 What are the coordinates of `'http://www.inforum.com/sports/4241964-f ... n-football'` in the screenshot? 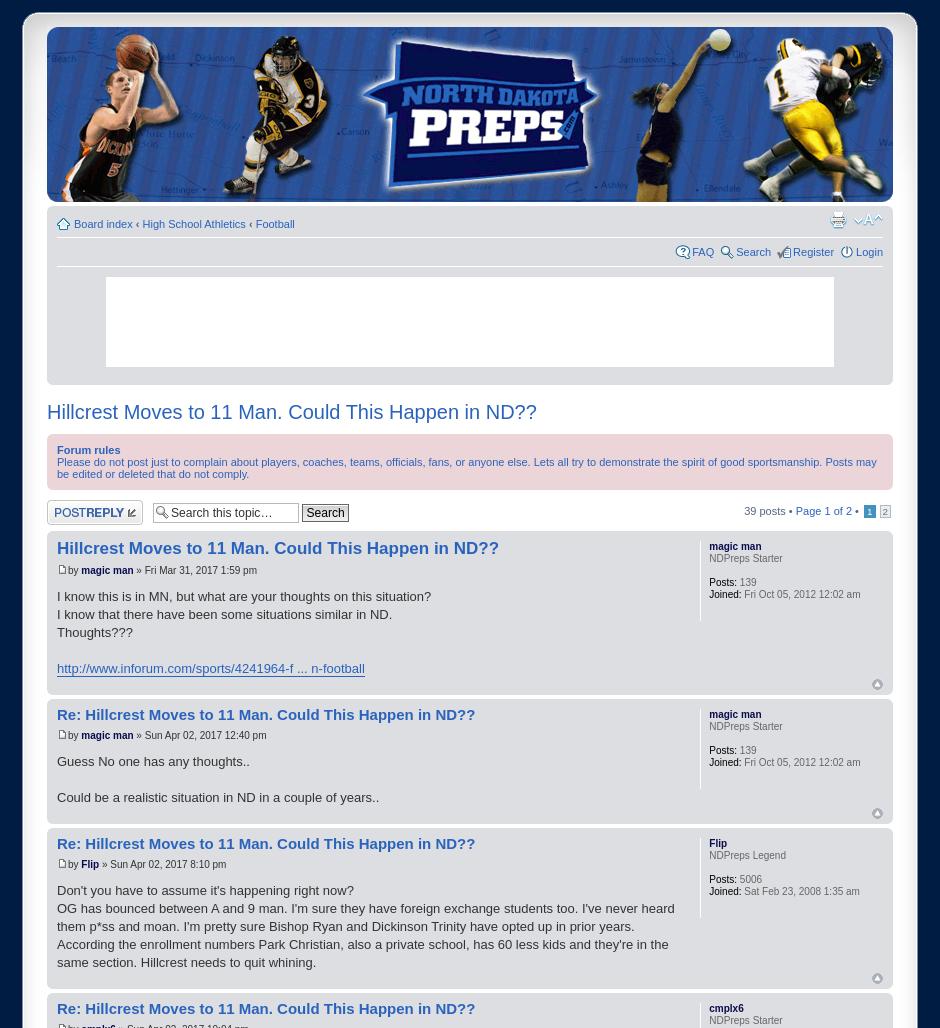 It's located at (209, 668).